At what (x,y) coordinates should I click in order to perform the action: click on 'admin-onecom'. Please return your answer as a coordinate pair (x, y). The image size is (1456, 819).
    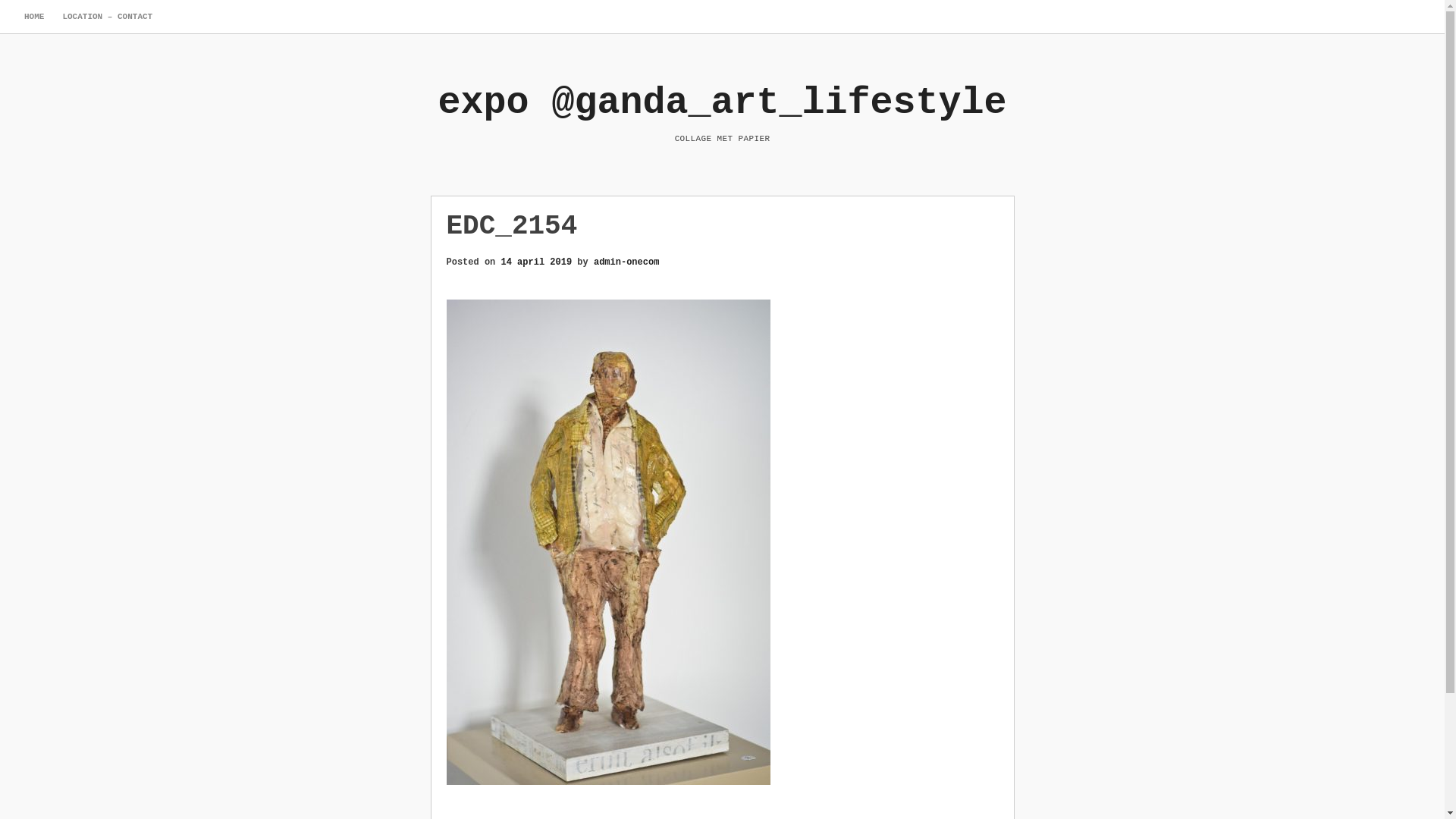
    Looking at the image, I should click on (626, 260).